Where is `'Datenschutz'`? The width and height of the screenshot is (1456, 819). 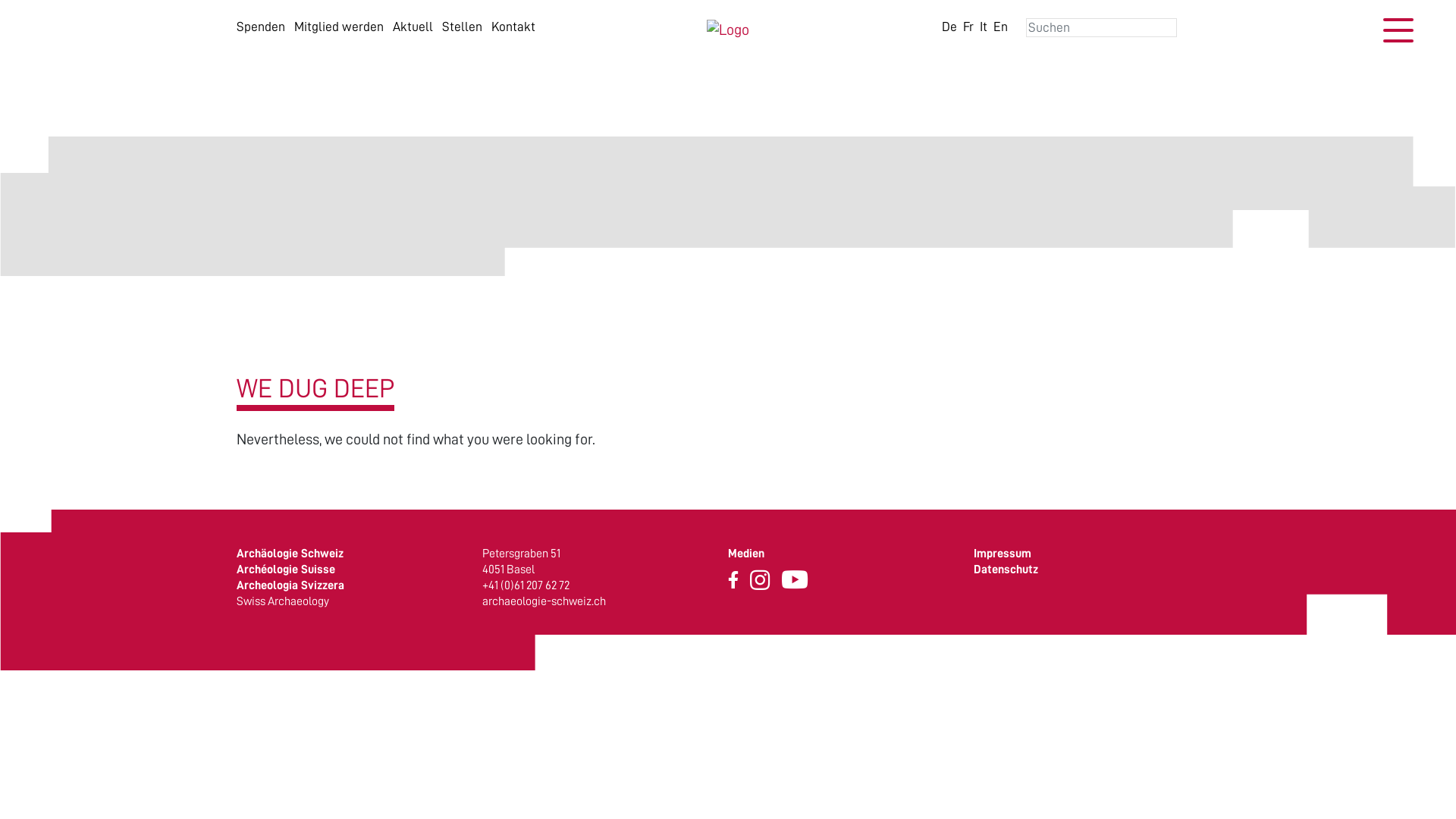
'Datenschutz' is located at coordinates (973, 570).